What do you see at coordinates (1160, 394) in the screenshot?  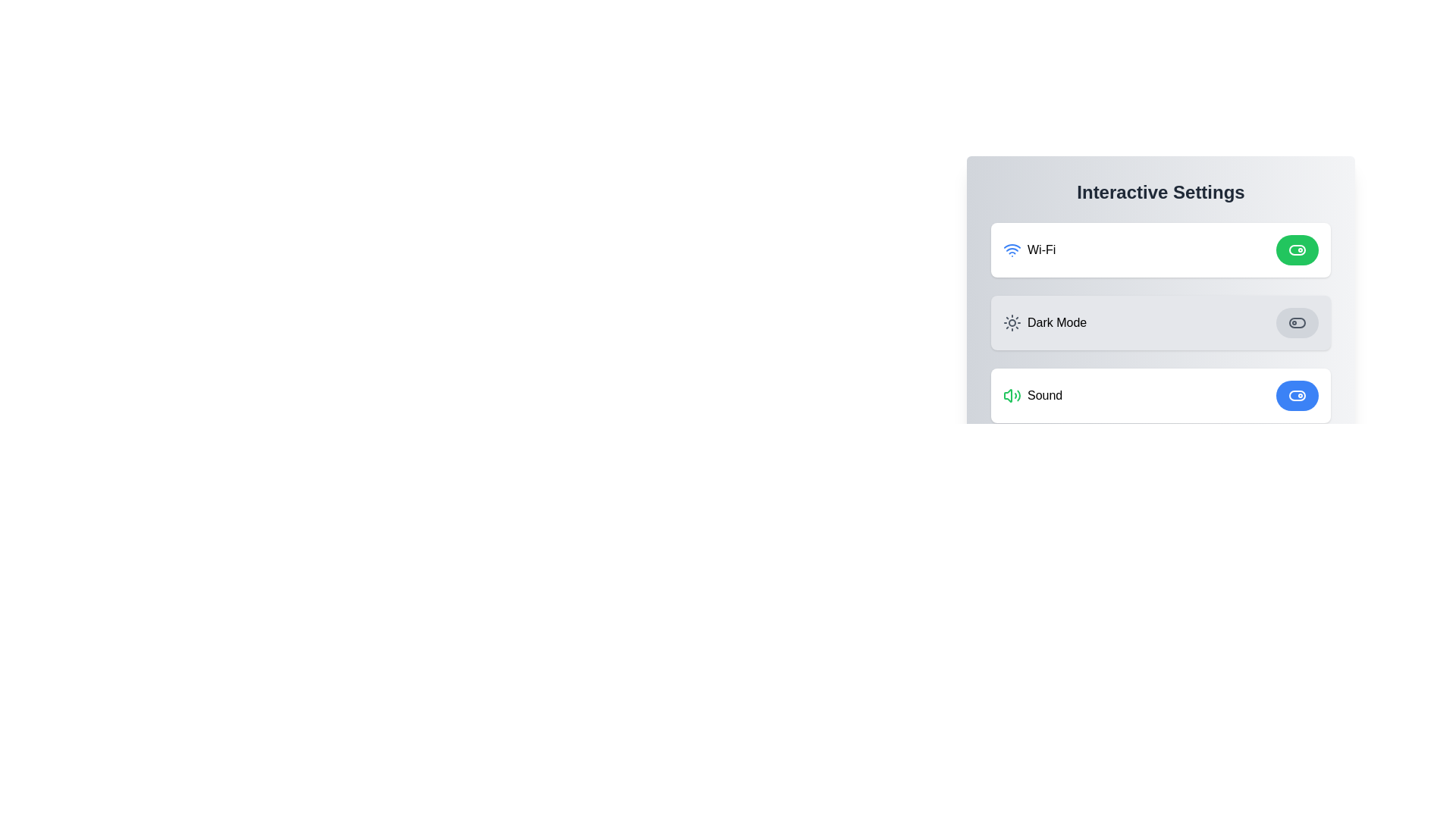 I see `the 'Sound' toggle control card, which is the third card in a vertical list containing a toggle button and the title 'Sound'` at bounding box center [1160, 394].